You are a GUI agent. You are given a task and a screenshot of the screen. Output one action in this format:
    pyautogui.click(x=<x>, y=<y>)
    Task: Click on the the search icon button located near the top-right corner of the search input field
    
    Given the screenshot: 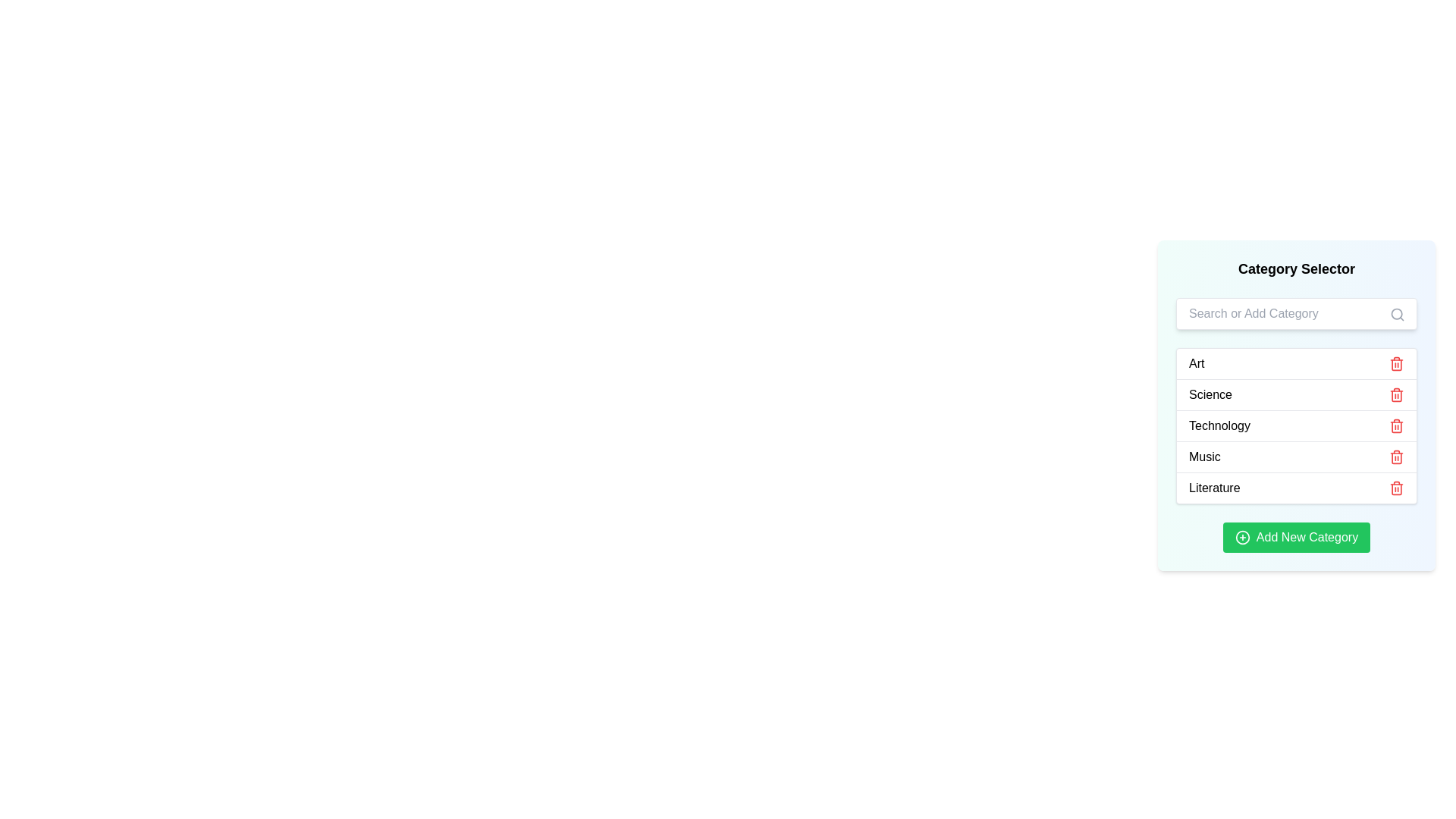 What is the action you would take?
    pyautogui.click(x=1397, y=314)
    